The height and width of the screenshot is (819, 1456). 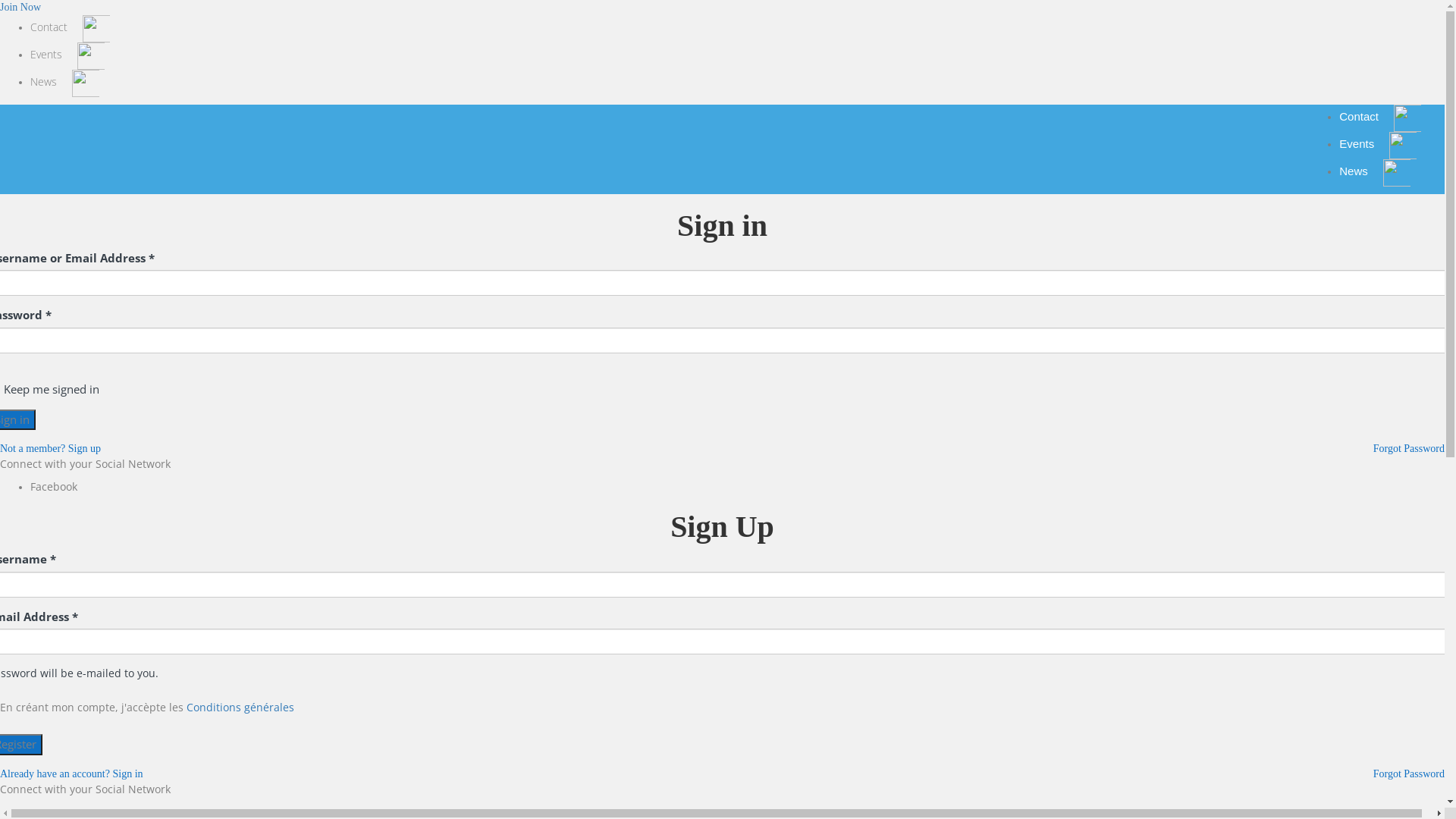 I want to click on 'News', so click(x=1375, y=171).